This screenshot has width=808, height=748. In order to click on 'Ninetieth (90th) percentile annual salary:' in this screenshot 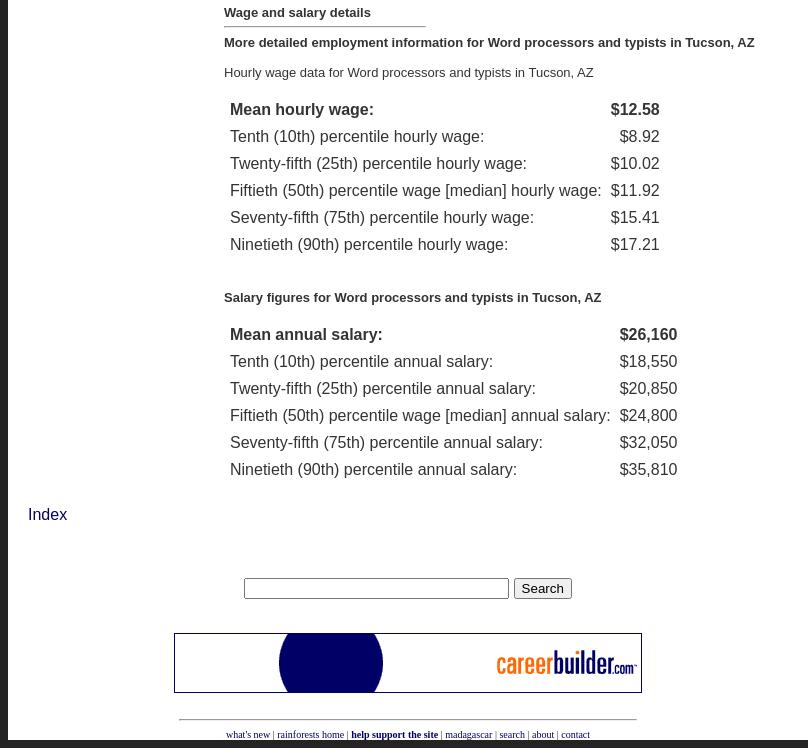, I will do `click(372, 468)`.